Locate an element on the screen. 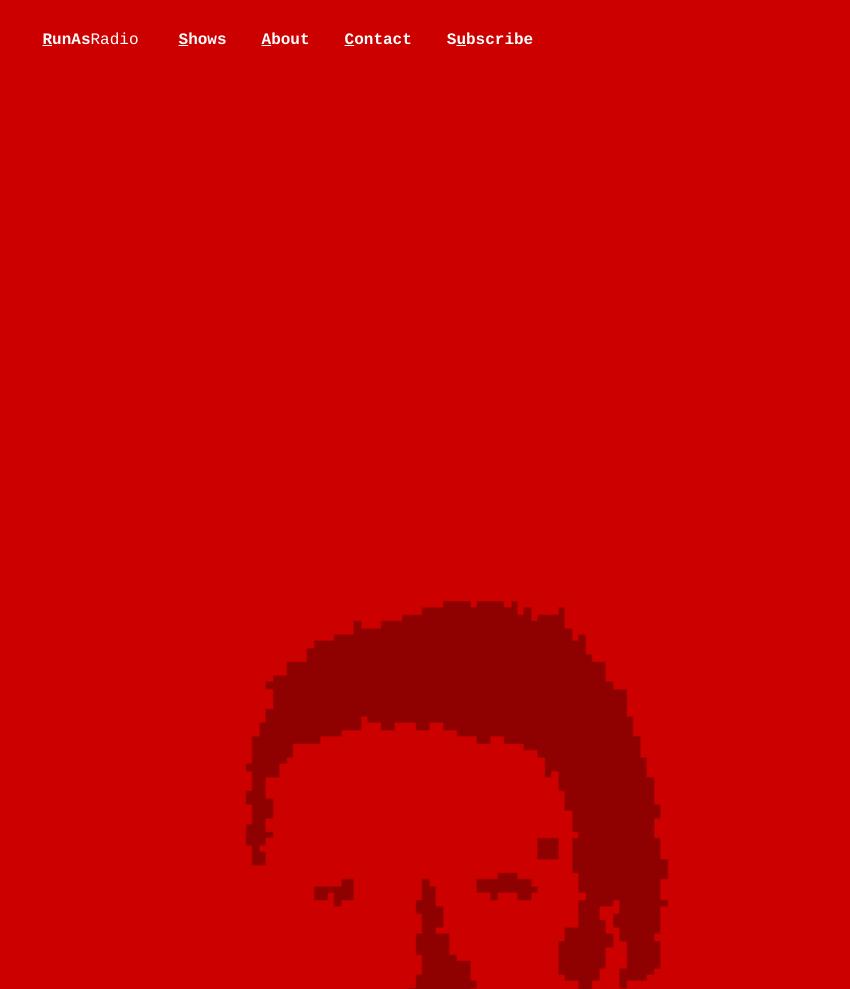  'hows' is located at coordinates (187, 38).